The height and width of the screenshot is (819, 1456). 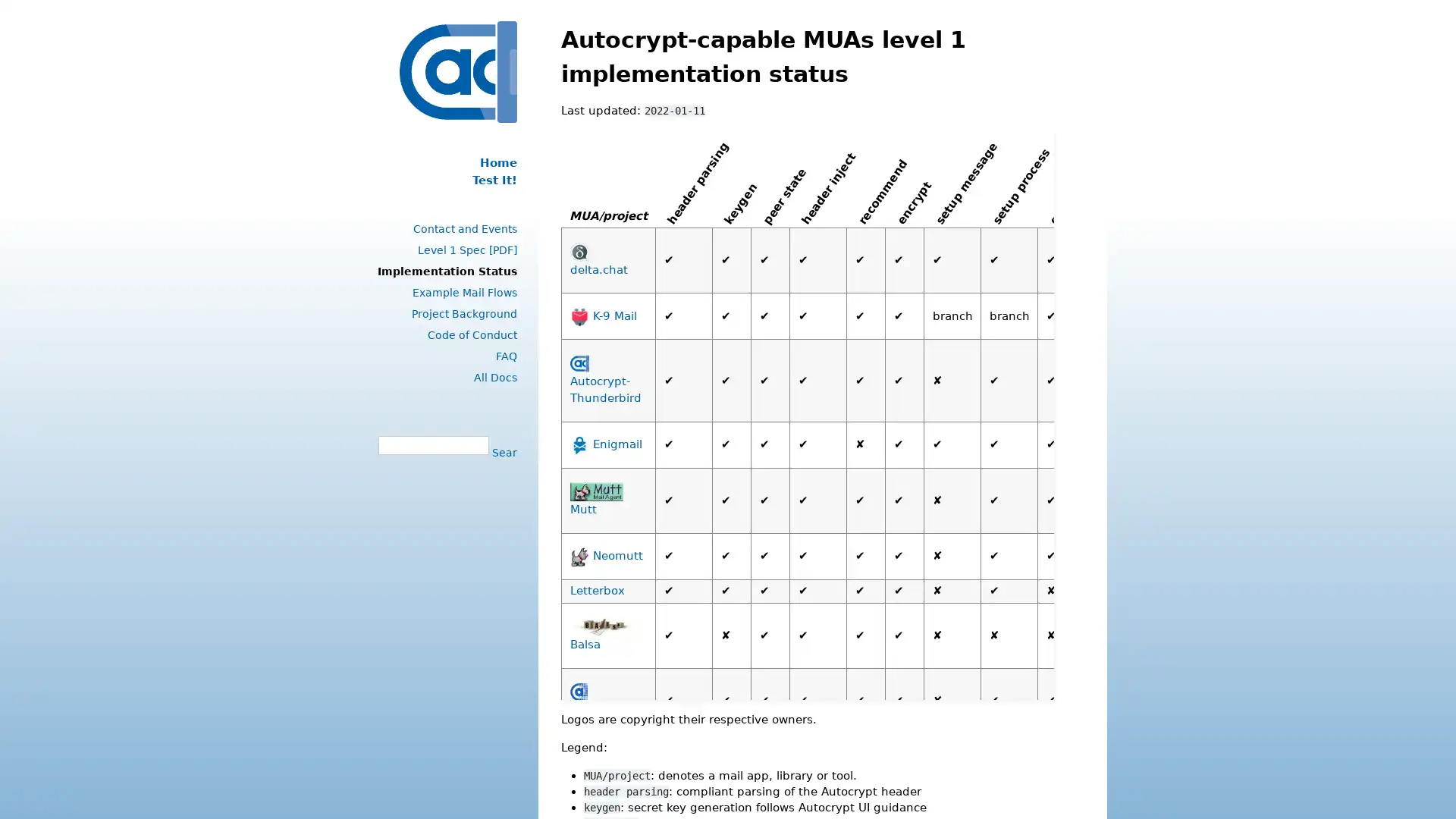 What do you see at coordinates (502, 451) in the screenshot?
I see `Search` at bounding box center [502, 451].